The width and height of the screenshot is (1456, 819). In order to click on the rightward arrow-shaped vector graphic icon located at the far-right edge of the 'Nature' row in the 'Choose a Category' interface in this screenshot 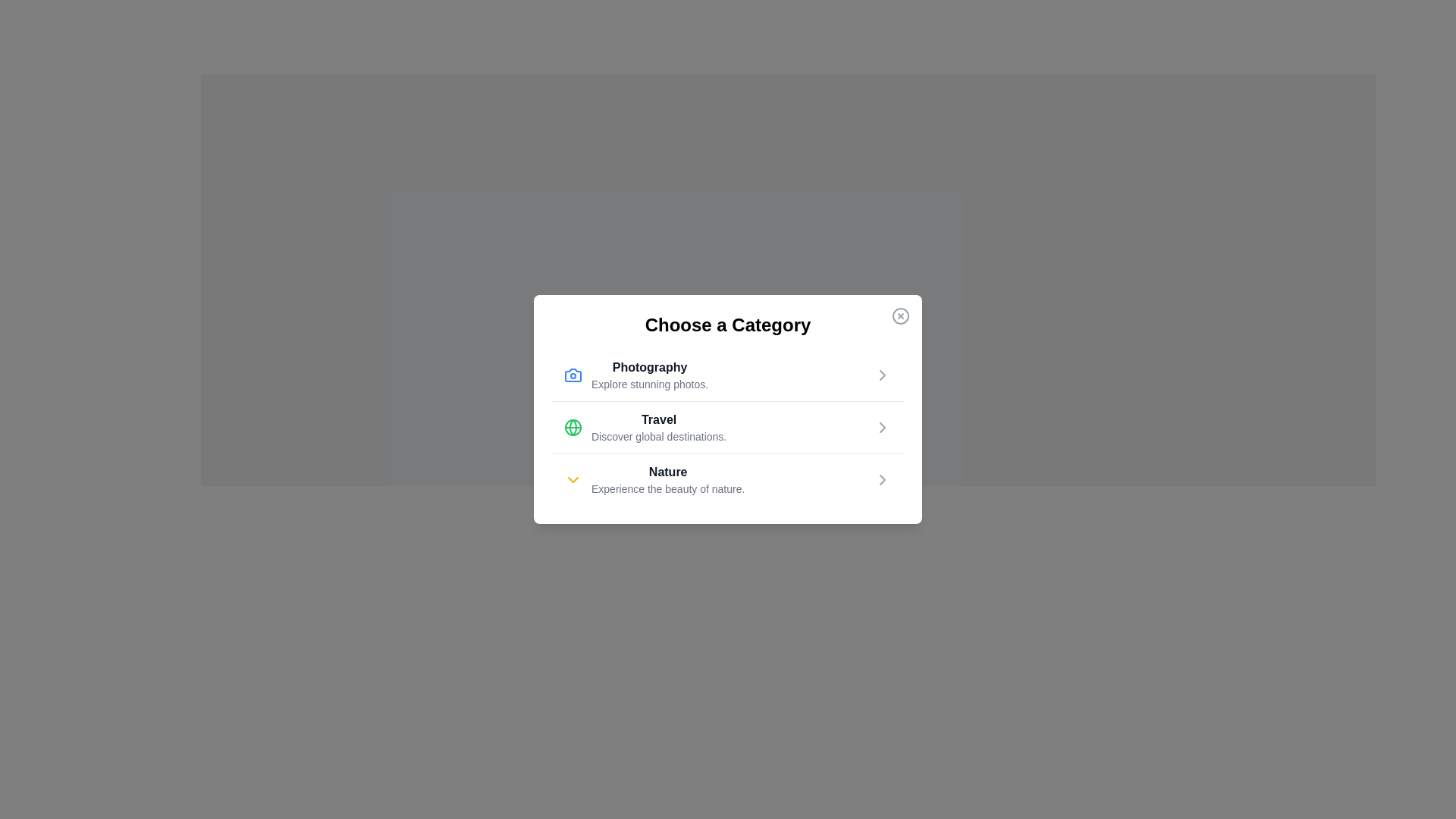, I will do `click(882, 479)`.